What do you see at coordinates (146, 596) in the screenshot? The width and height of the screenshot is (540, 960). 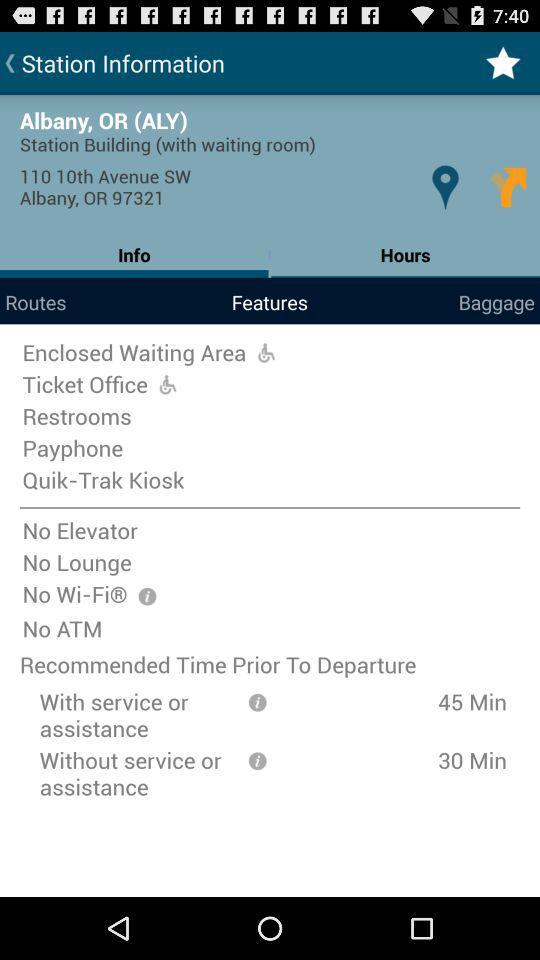 I see `shows infomation about amenities` at bounding box center [146, 596].